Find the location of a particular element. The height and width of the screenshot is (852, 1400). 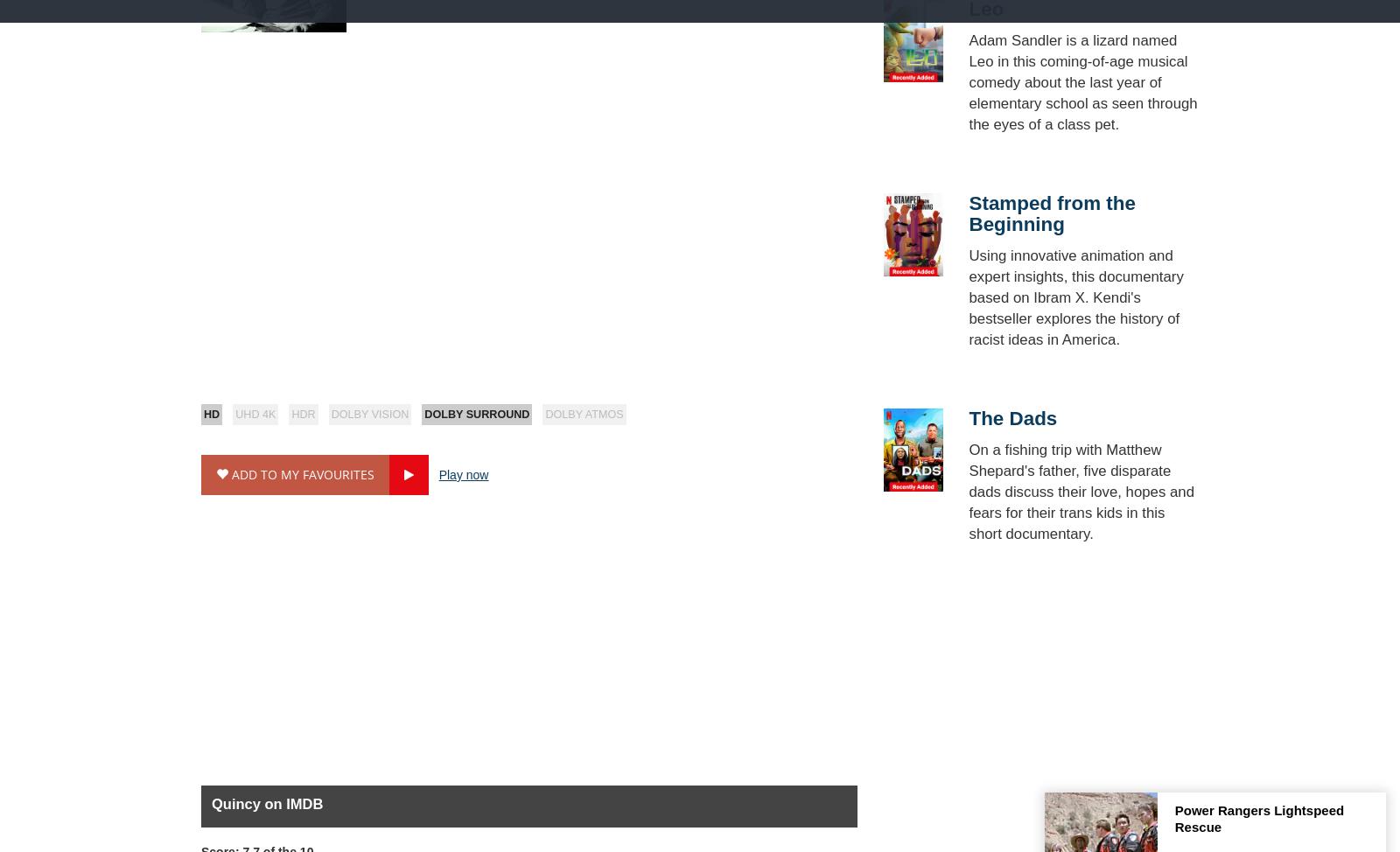

'Adam Sandler is a lizard named Leo in this coming-of-age musical comedy about the last year of elementary school as seen through the eyes of a class pet.' is located at coordinates (1081, 80).